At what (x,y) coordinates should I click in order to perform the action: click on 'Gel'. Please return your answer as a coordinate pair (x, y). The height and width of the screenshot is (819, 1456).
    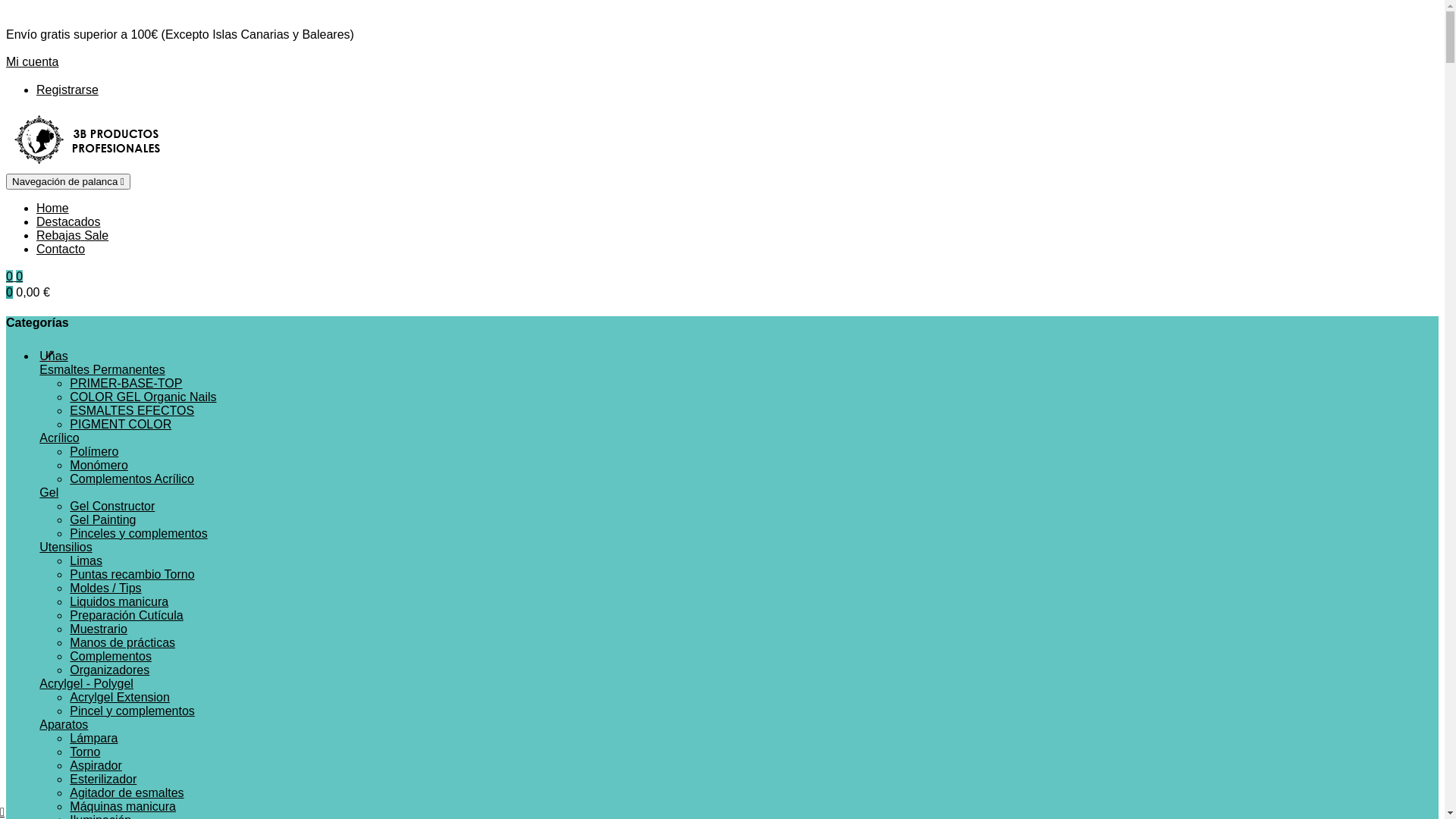
    Looking at the image, I should click on (49, 492).